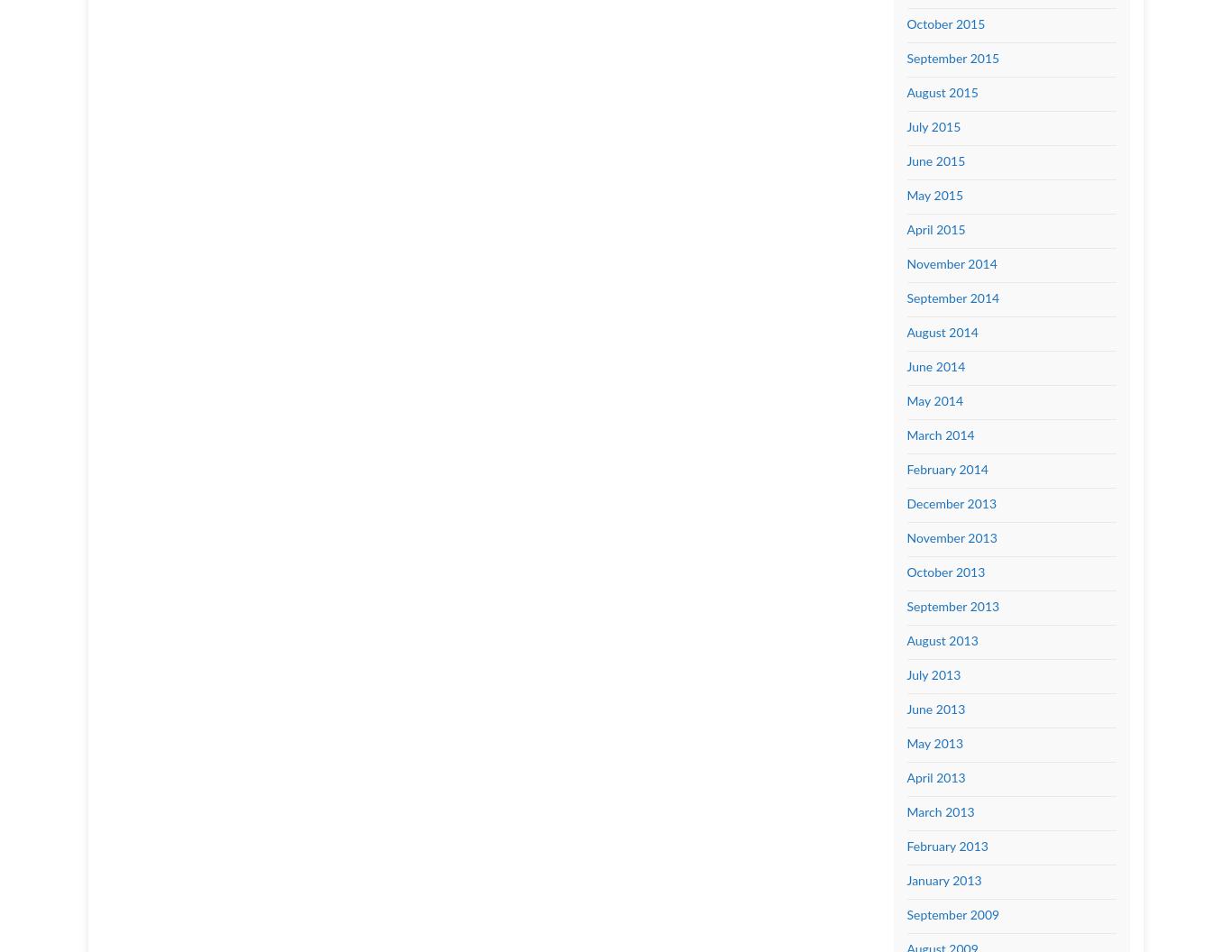 This screenshot has height=952, width=1232. What do you see at coordinates (906, 606) in the screenshot?
I see `'September 2013'` at bounding box center [906, 606].